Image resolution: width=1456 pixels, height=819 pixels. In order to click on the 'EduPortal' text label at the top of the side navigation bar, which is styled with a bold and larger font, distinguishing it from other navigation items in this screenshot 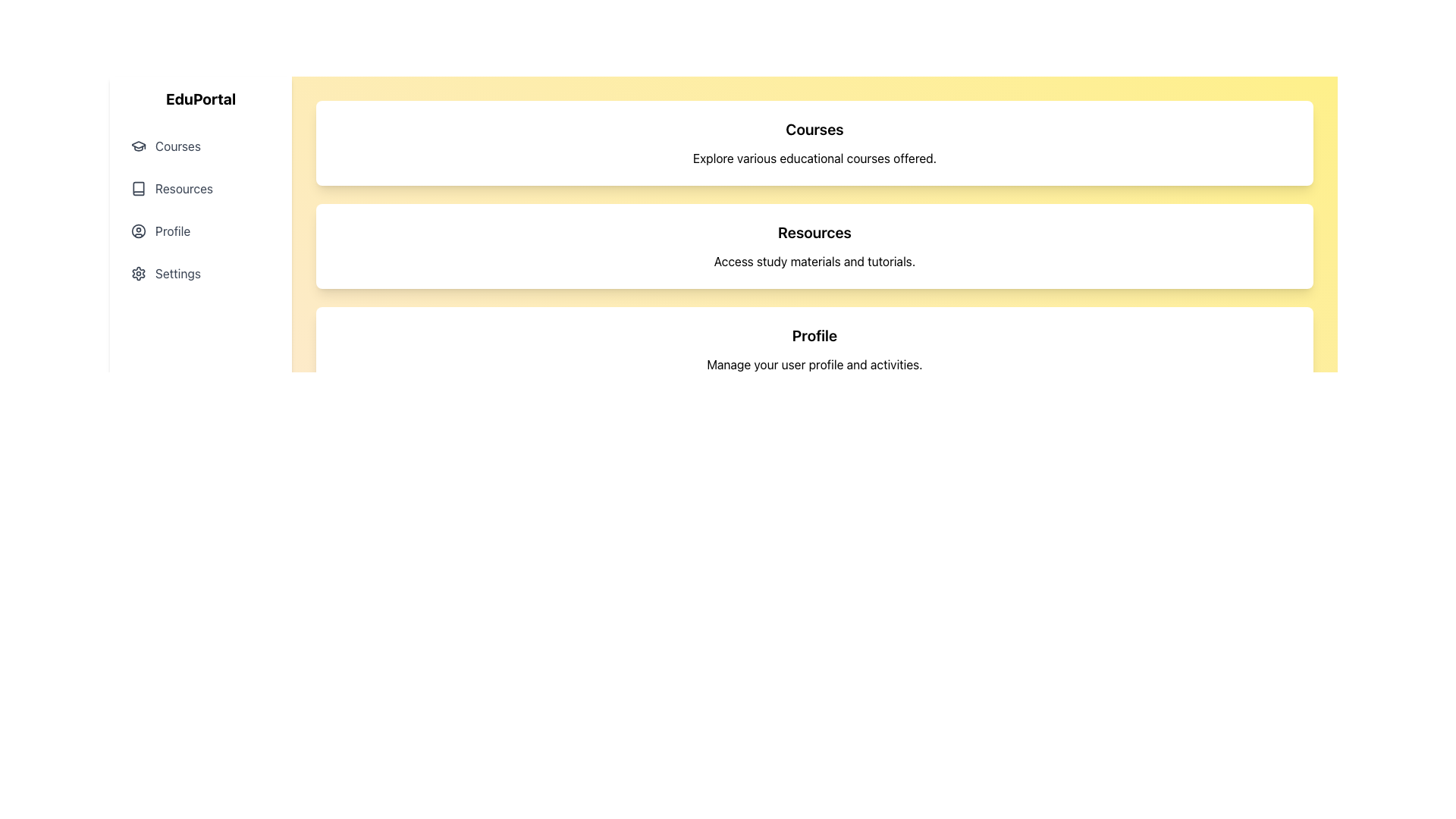, I will do `click(199, 99)`.